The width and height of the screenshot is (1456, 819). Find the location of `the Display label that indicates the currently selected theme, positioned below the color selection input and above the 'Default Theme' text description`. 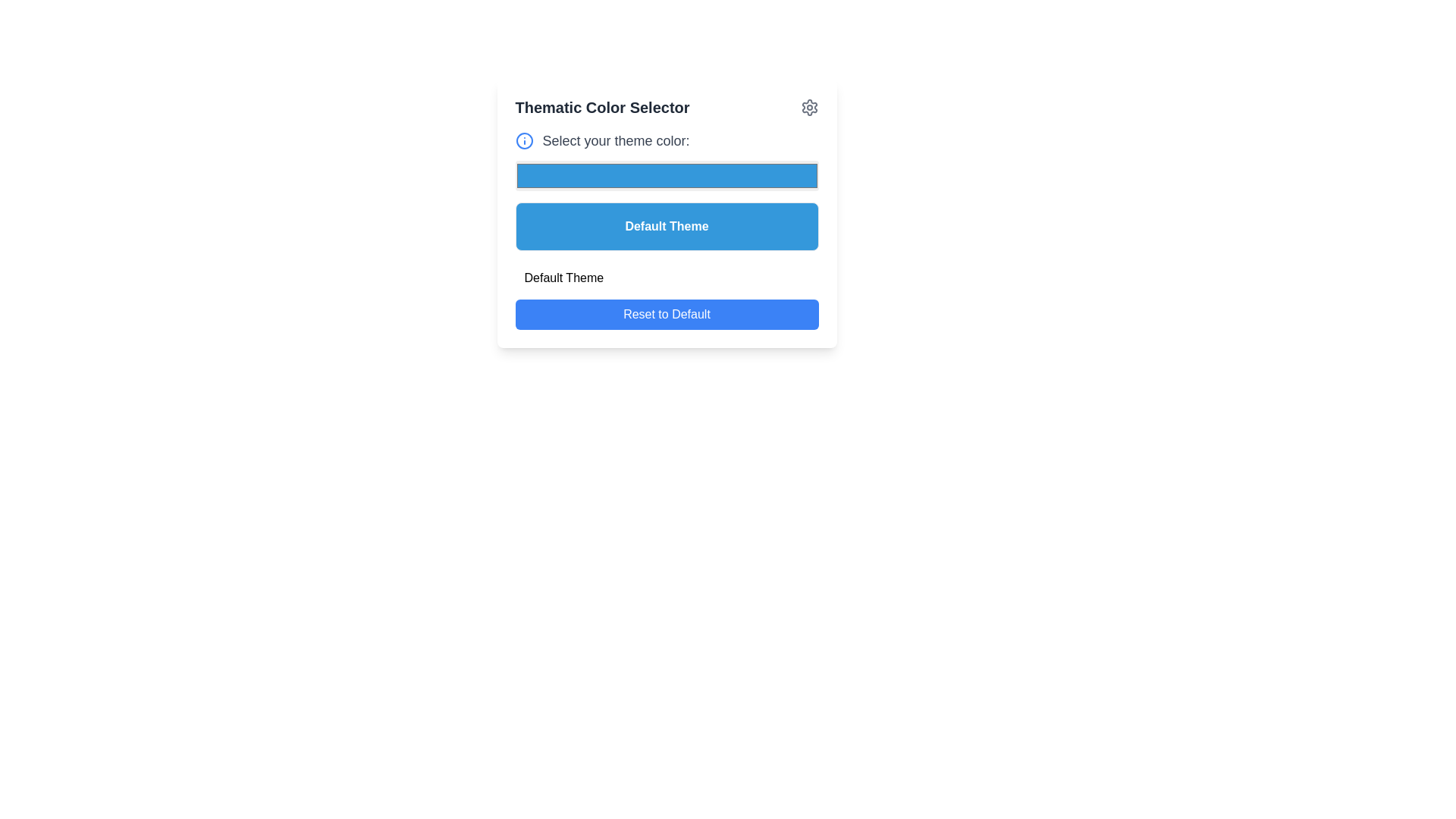

the Display label that indicates the currently selected theme, positioned below the color selection input and above the 'Default Theme' text description is located at coordinates (667, 227).